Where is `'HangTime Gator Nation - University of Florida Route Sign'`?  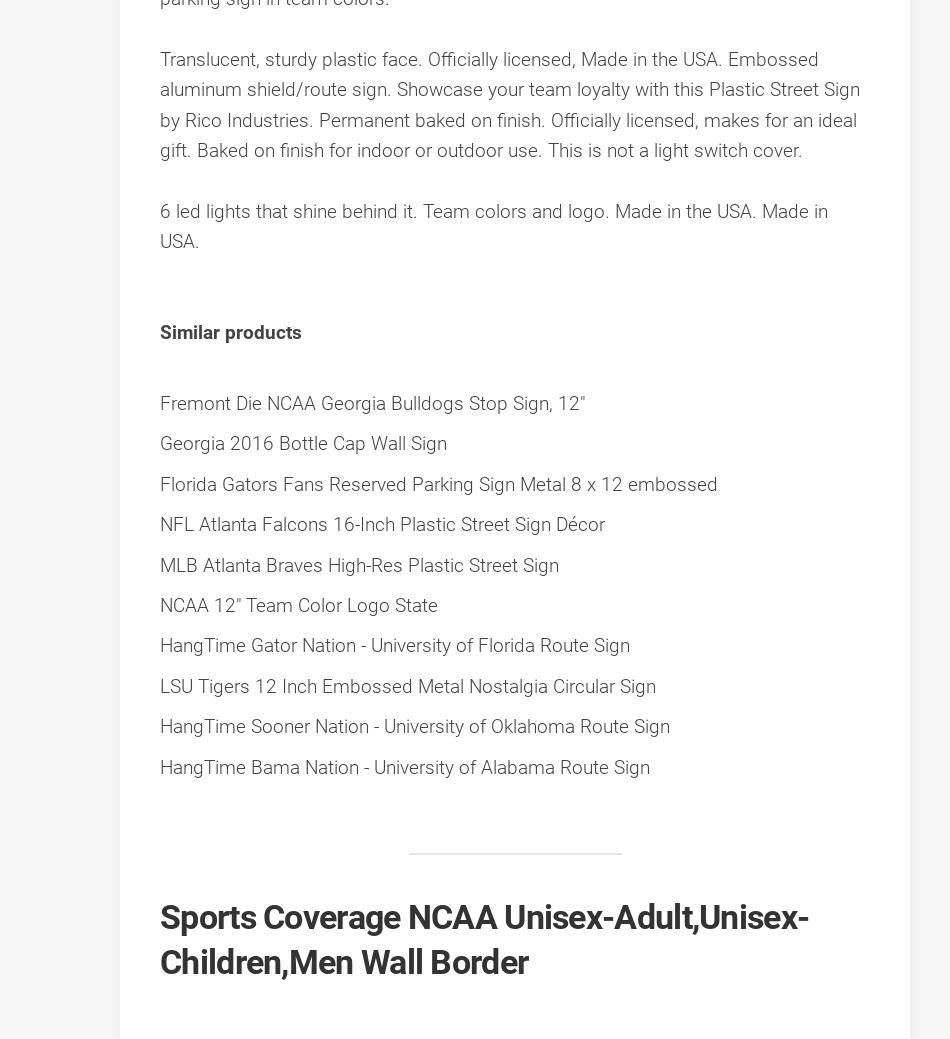 'HangTime Gator Nation - University of Florida Route Sign' is located at coordinates (394, 645).